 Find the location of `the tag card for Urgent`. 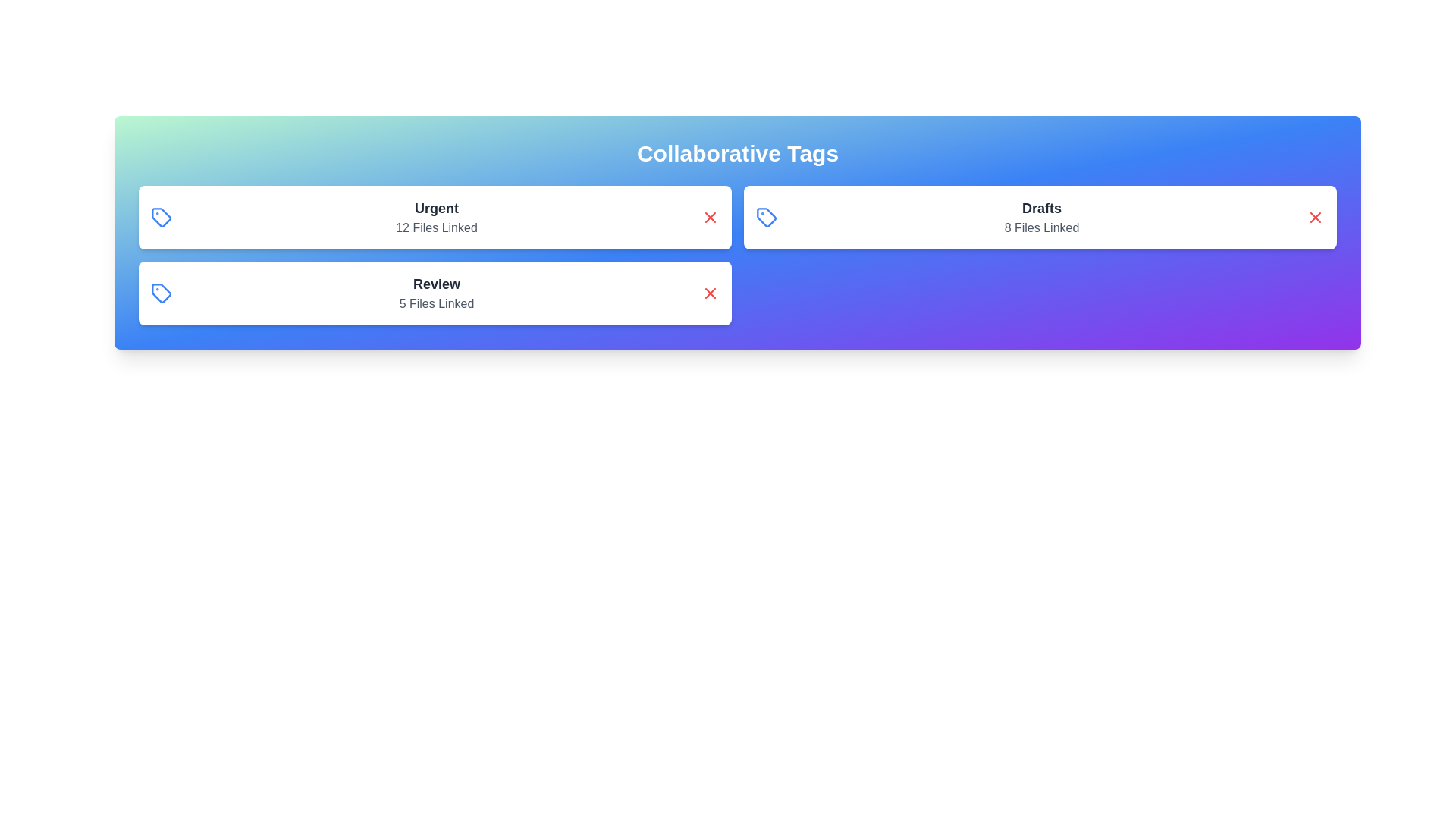

the tag card for Urgent is located at coordinates (435, 217).